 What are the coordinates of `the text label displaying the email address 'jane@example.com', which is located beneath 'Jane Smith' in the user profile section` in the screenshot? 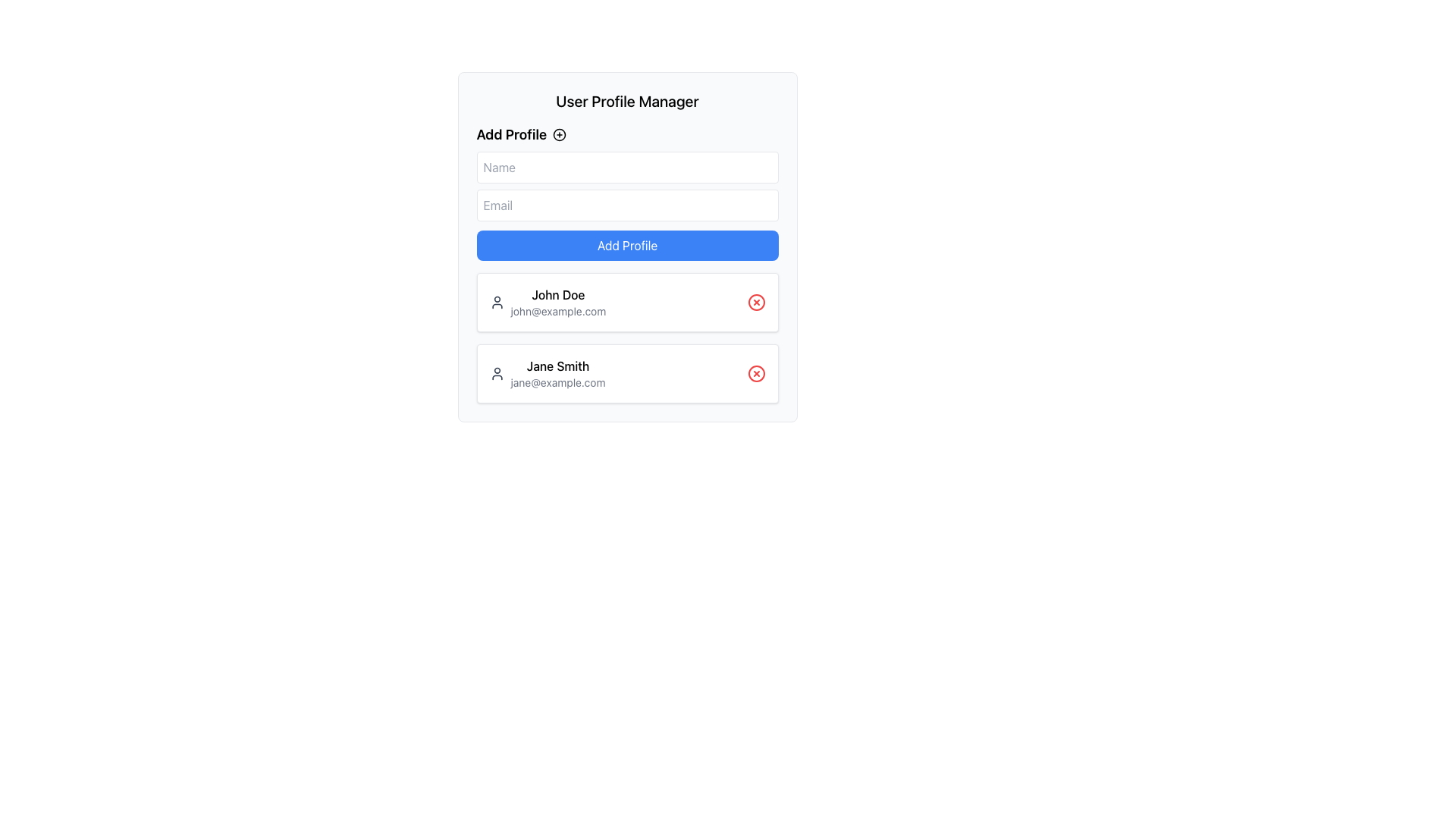 It's located at (557, 382).